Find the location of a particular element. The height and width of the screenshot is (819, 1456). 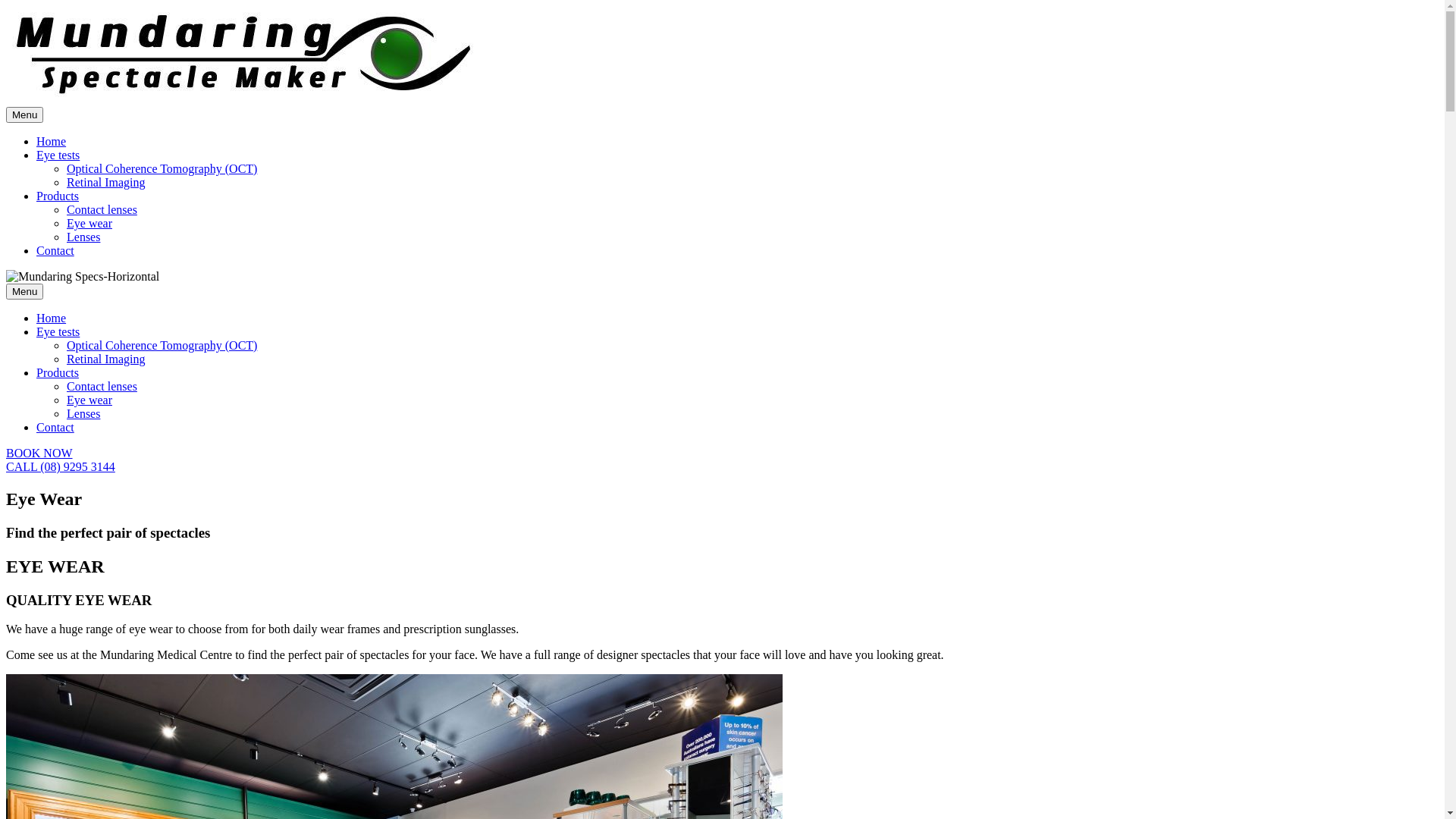

'Menu' is located at coordinates (24, 114).